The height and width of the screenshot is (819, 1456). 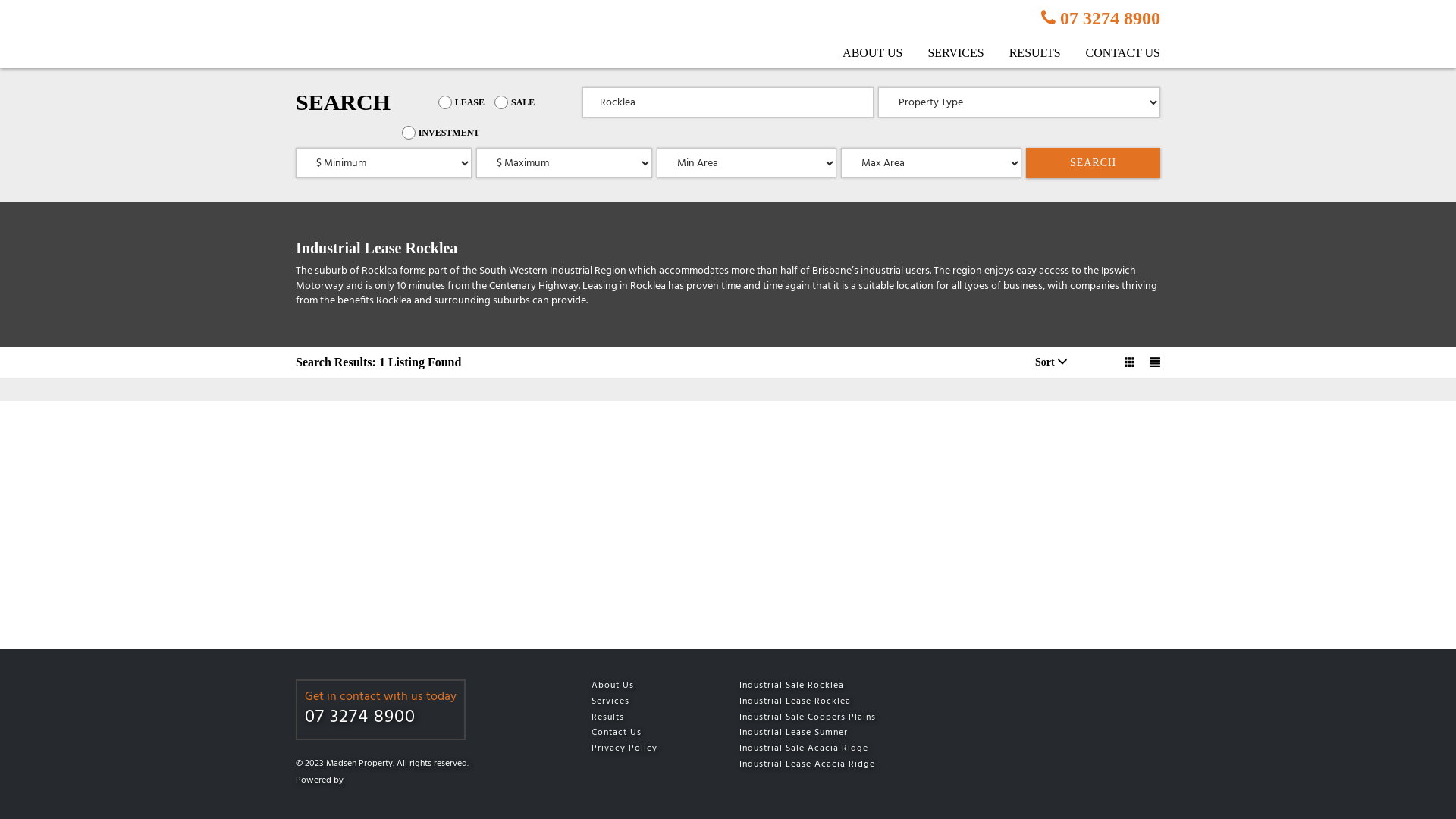 What do you see at coordinates (381, 717) in the screenshot?
I see `'07 3274 8900'` at bounding box center [381, 717].